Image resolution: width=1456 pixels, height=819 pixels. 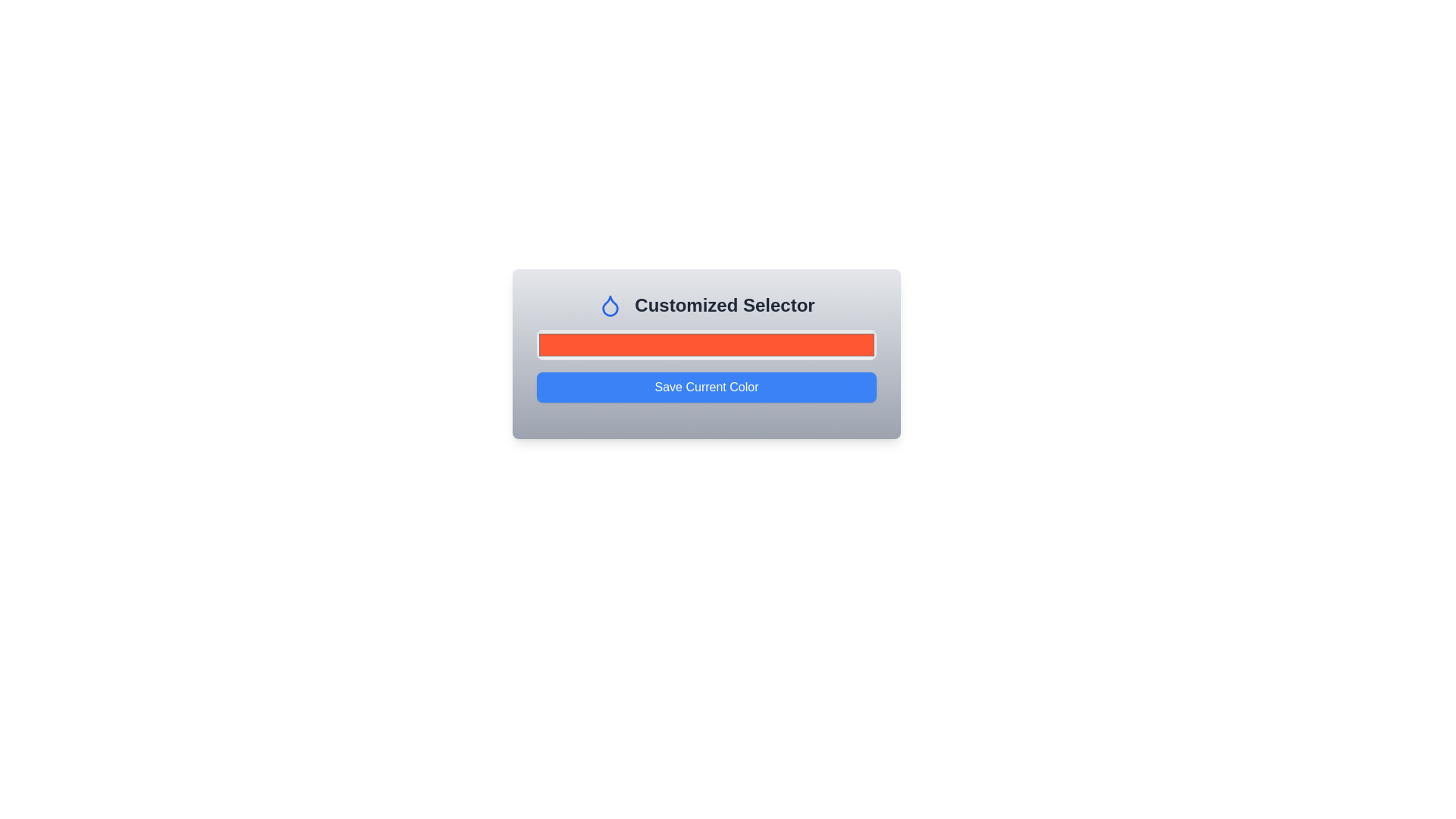 What do you see at coordinates (610, 306) in the screenshot?
I see `the blue drop-like icon located in the header area, next to the text 'Customized Selector'` at bounding box center [610, 306].